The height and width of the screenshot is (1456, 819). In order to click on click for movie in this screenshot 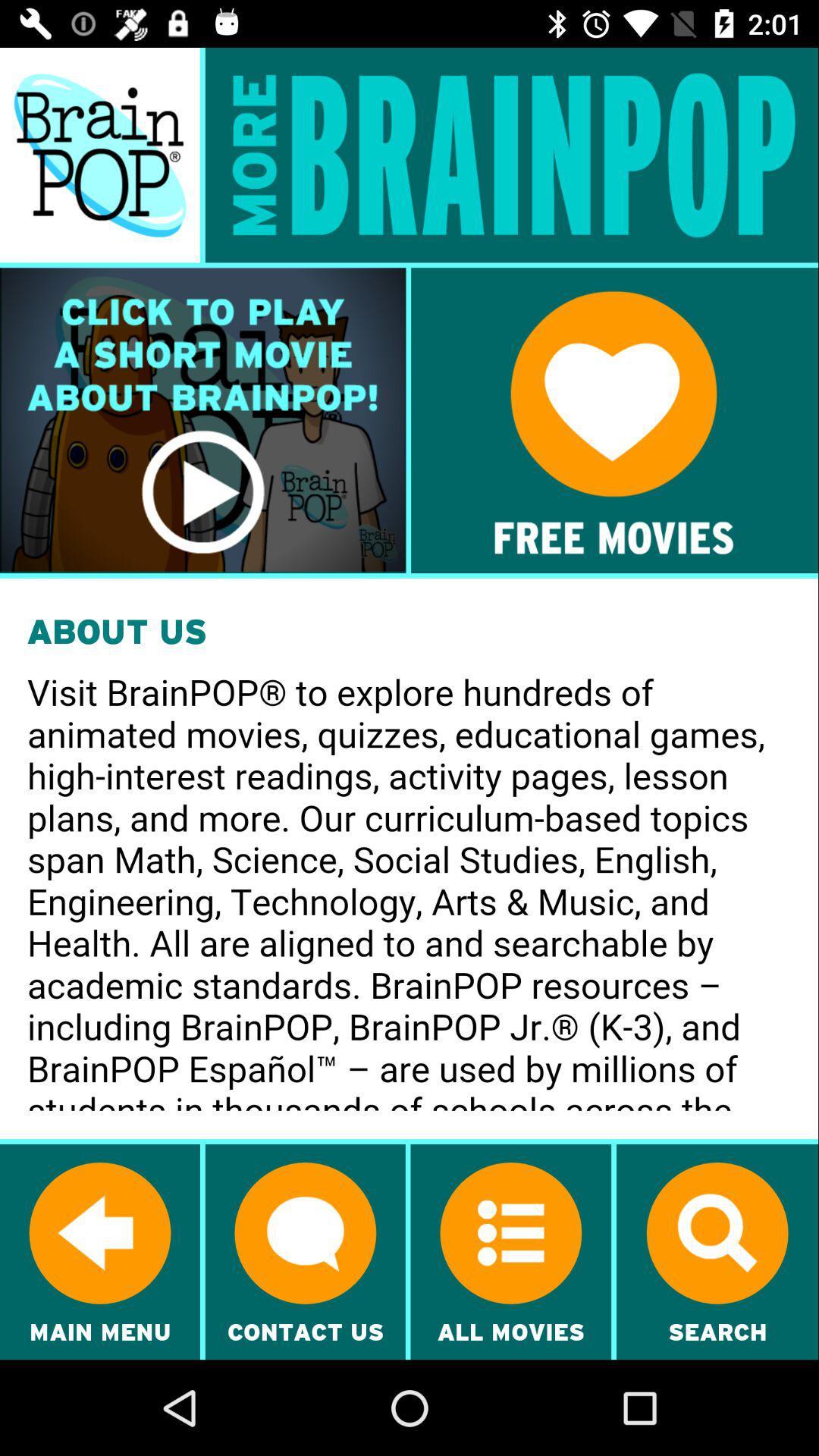, I will do `click(202, 420)`.